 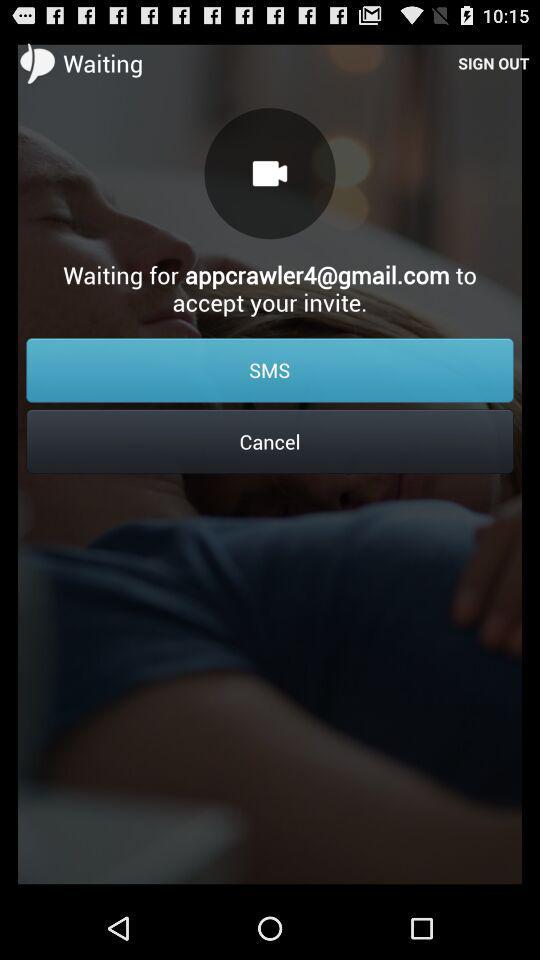 What do you see at coordinates (270, 441) in the screenshot?
I see `cancel icon` at bounding box center [270, 441].